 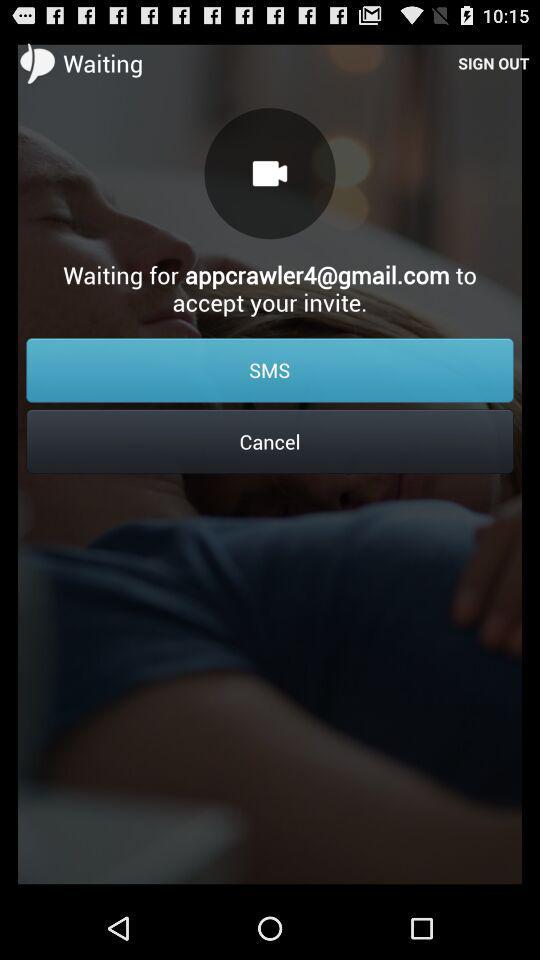 What do you see at coordinates (270, 441) in the screenshot?
I see `cancel icon` at bounding box center [270, 441].